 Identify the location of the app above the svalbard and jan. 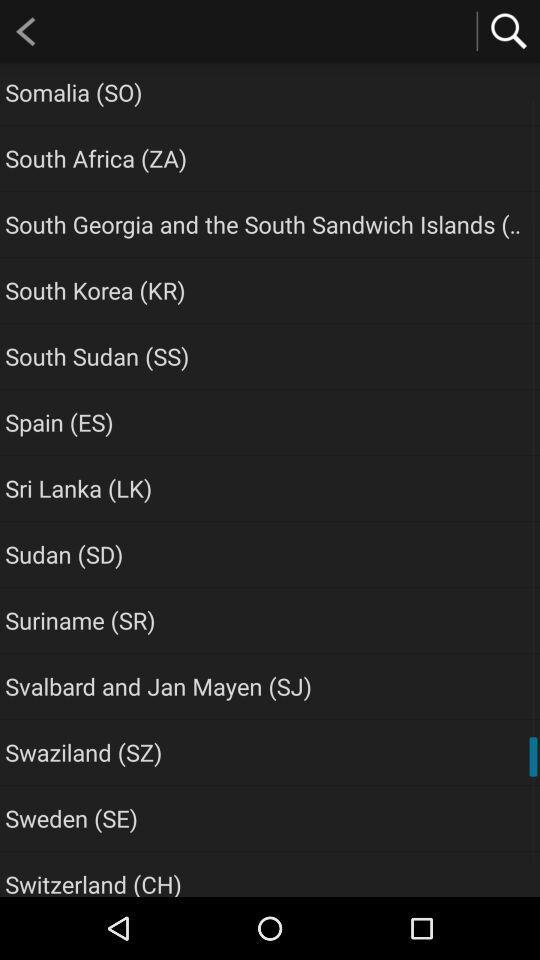
(79, 619).